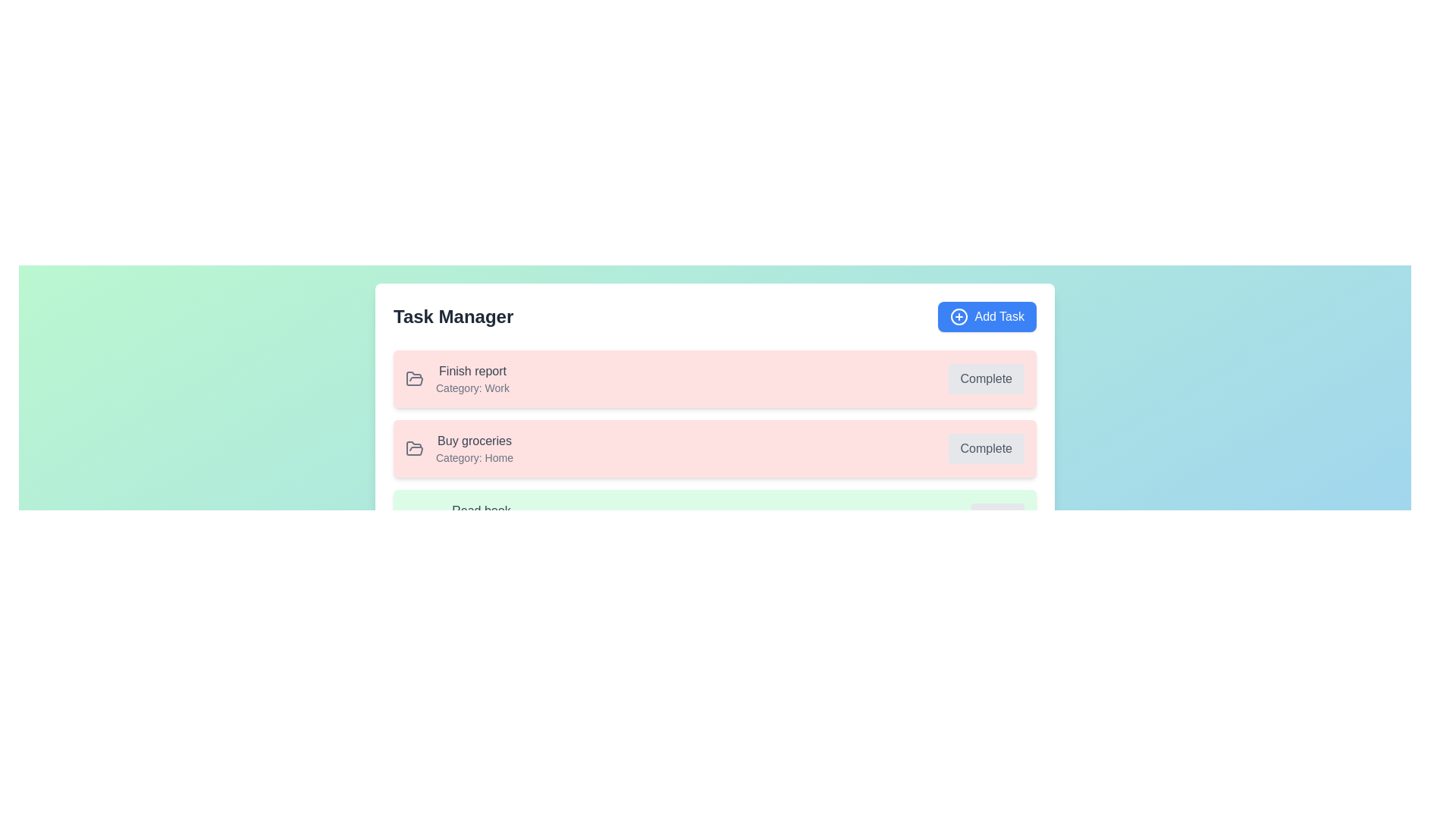 This screenshot has height=819, width=1456. I want to click on decorative graphic element, which is a circular outline centered within the 'Add Task' button located in the top-right corner of the interface, so click(959, 315).